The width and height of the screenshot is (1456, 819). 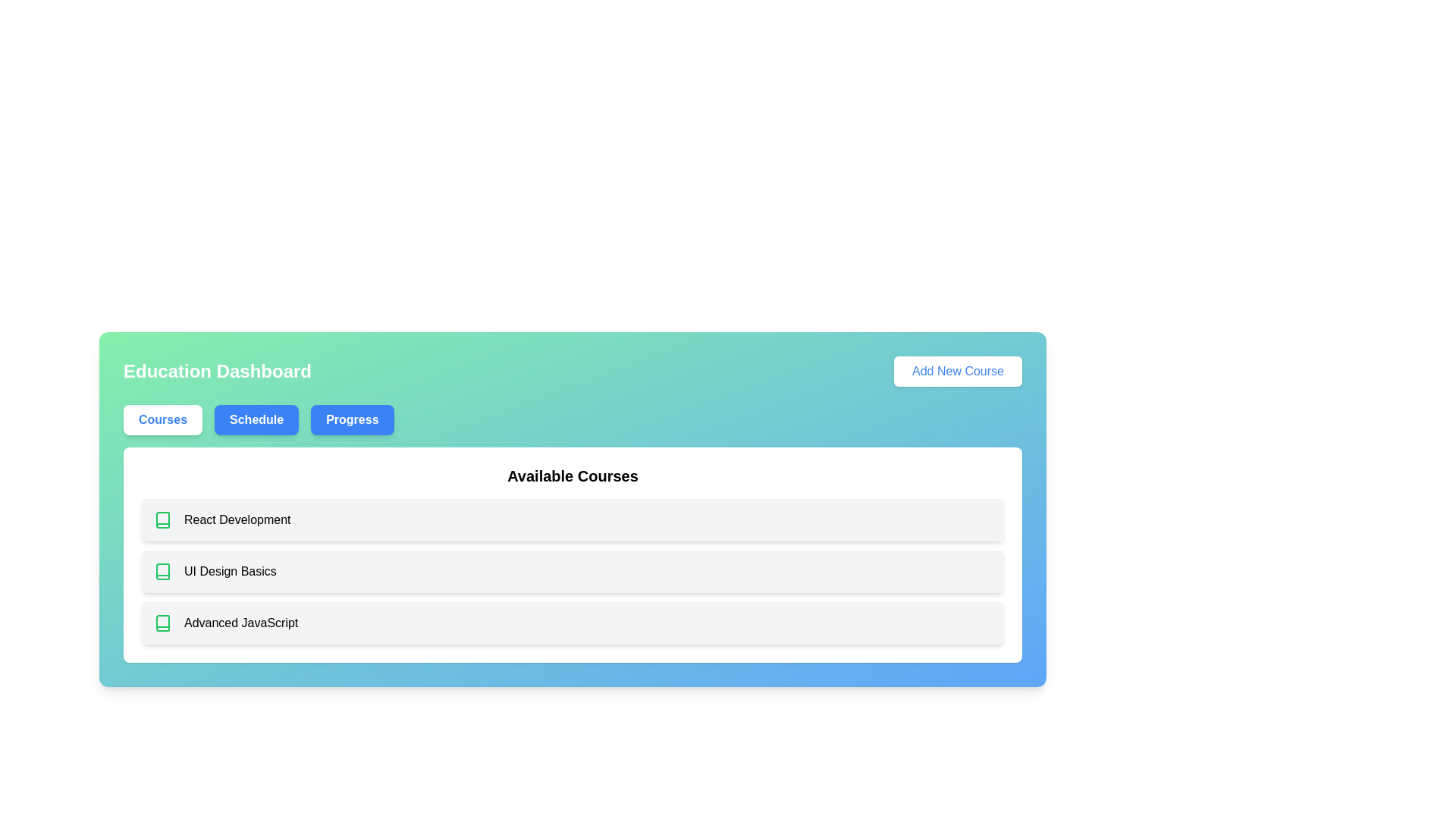 What do you see at coordinates (163, 623) in the screenshot?
I see `the green open book icon located to the left of the 'Advanced JavaScript' text in the third row under the 'Available Courses' section` at bounding box center [163, 623].